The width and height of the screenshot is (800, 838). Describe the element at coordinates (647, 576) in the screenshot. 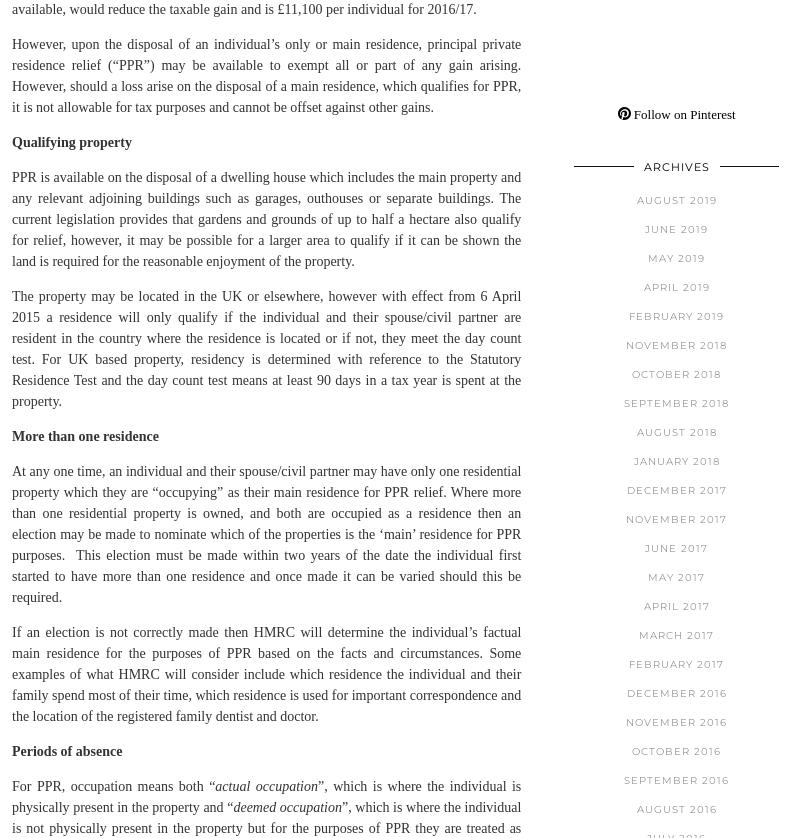

I see `'May 2017'` at that location.